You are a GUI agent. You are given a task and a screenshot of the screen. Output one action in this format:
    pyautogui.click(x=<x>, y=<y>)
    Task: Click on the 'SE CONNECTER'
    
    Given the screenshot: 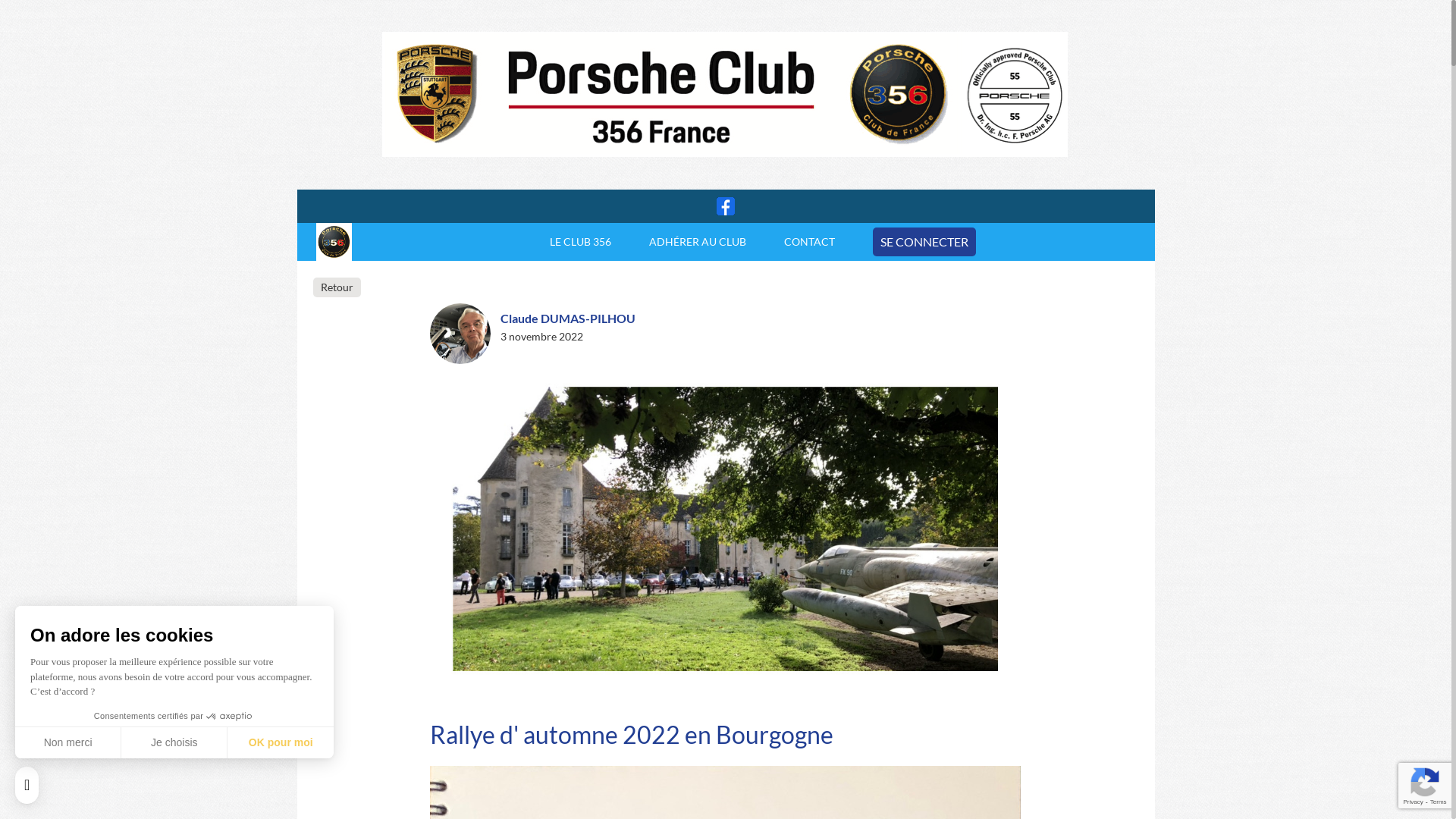 What is the action you would take?
    pyautogui.click(x=924, y=241)
    